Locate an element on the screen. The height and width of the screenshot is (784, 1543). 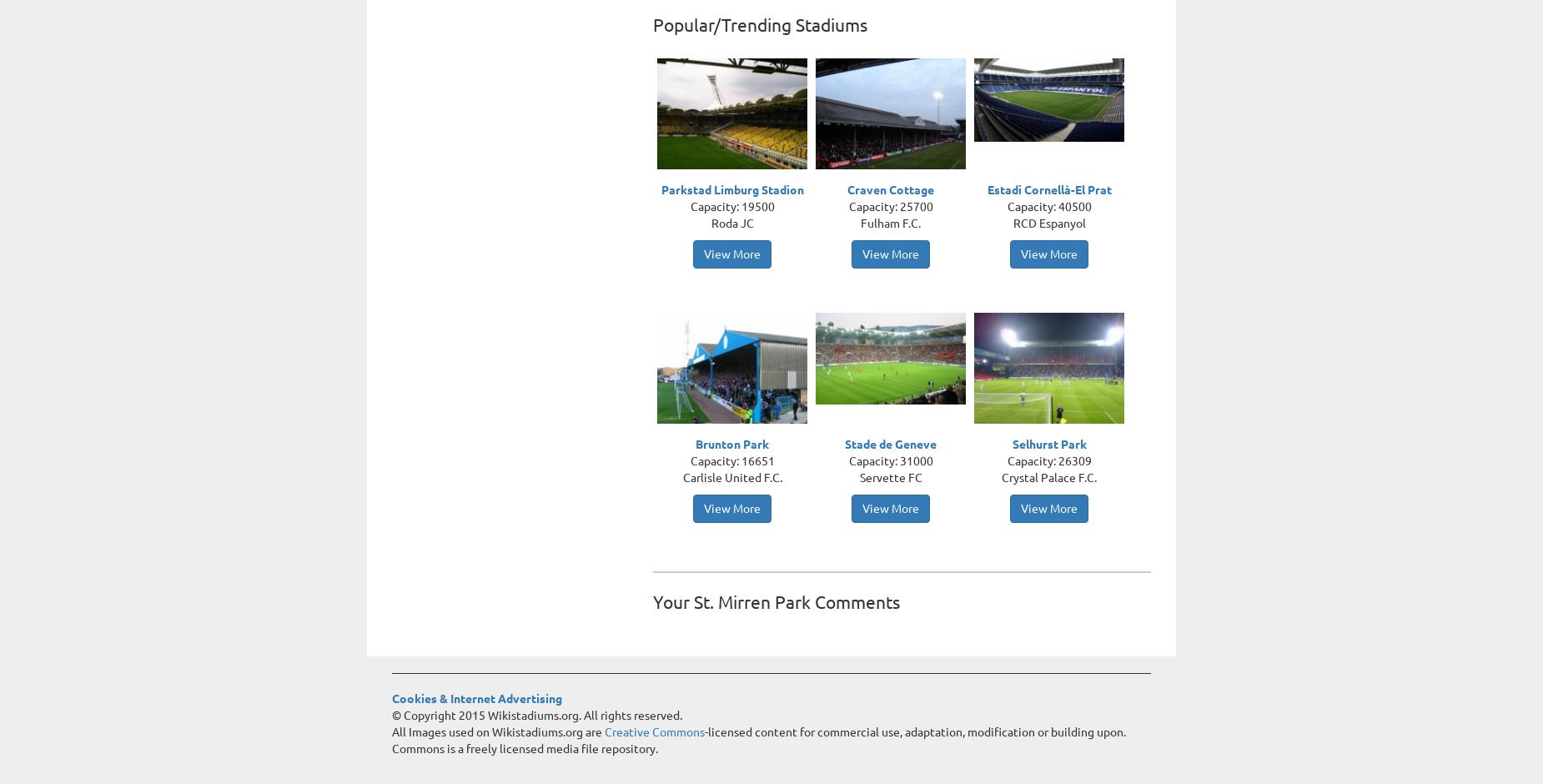
'Capacity: 16651' is located at coordinates (731, 461).